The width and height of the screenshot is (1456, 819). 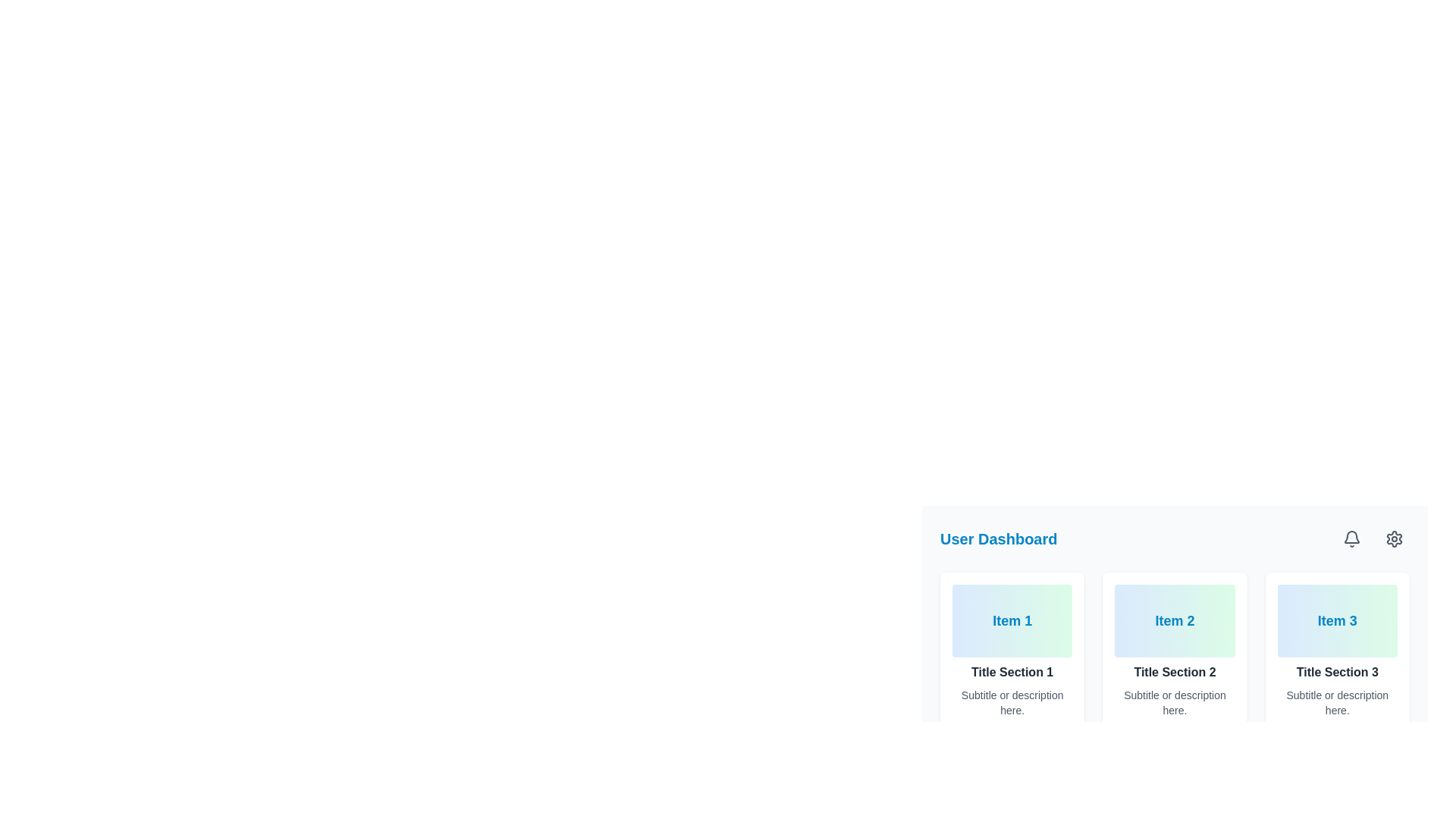 I want to click on the circular notification button with a bell icon located at the top-right section of the dashboard, positioned to the left of the gear icon button, so click(x=1351, y=538).